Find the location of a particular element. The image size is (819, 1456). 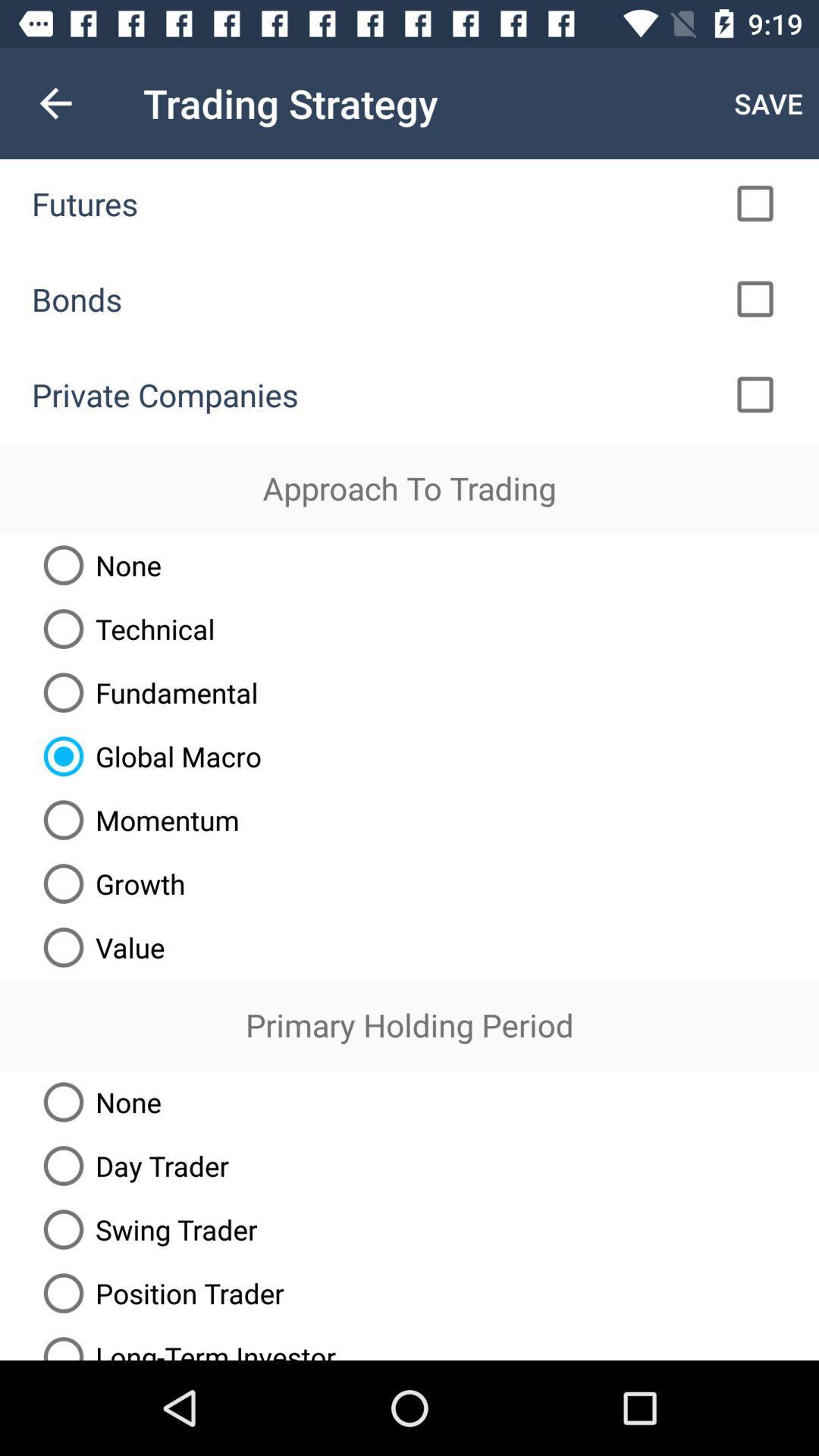

item above the long-term investor item is located at coordinates (158, 1292).